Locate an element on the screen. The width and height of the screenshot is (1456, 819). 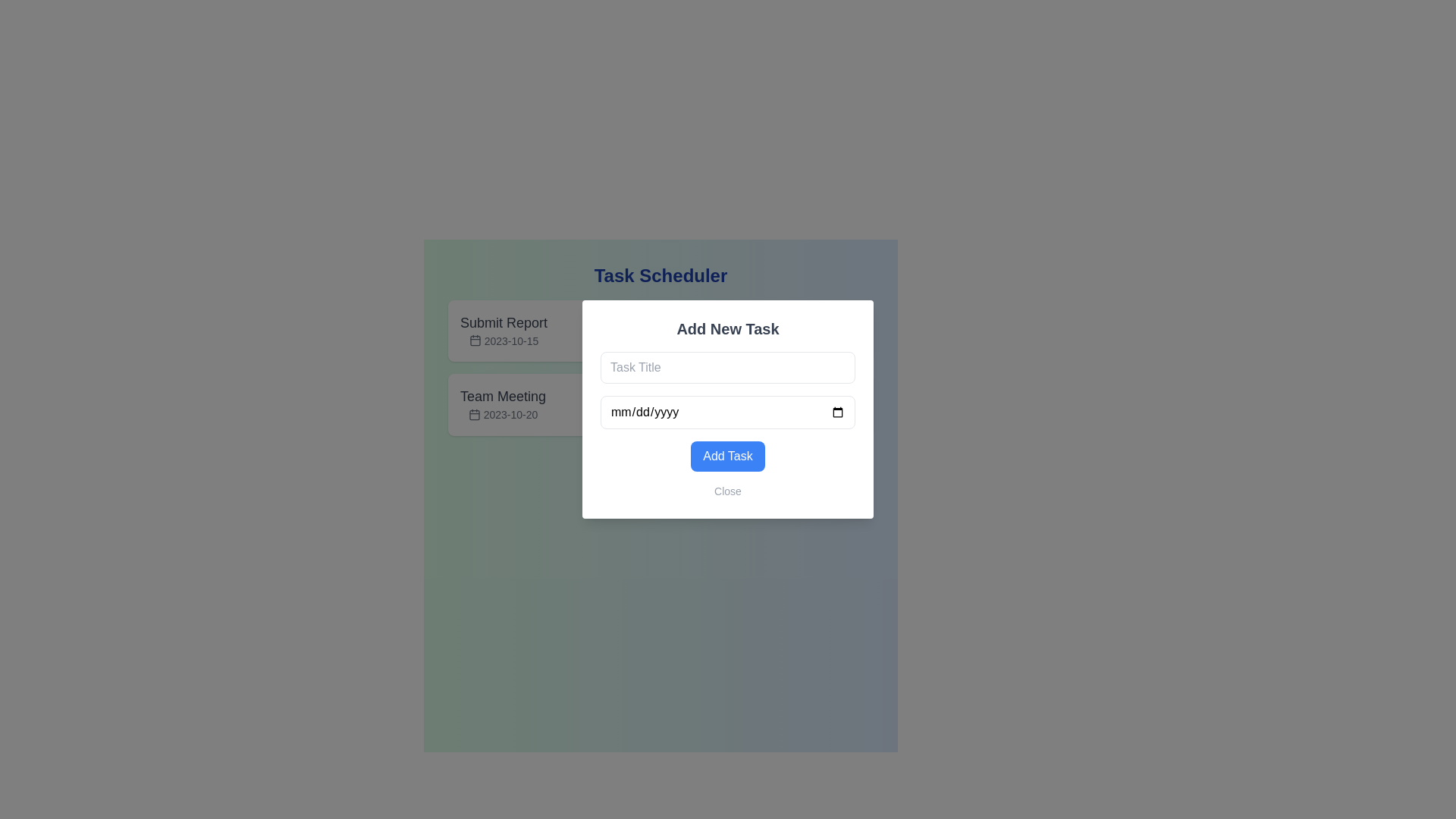
the blue 'Add Task' button at the bottom of the modal is located at coordinates (728, 455).